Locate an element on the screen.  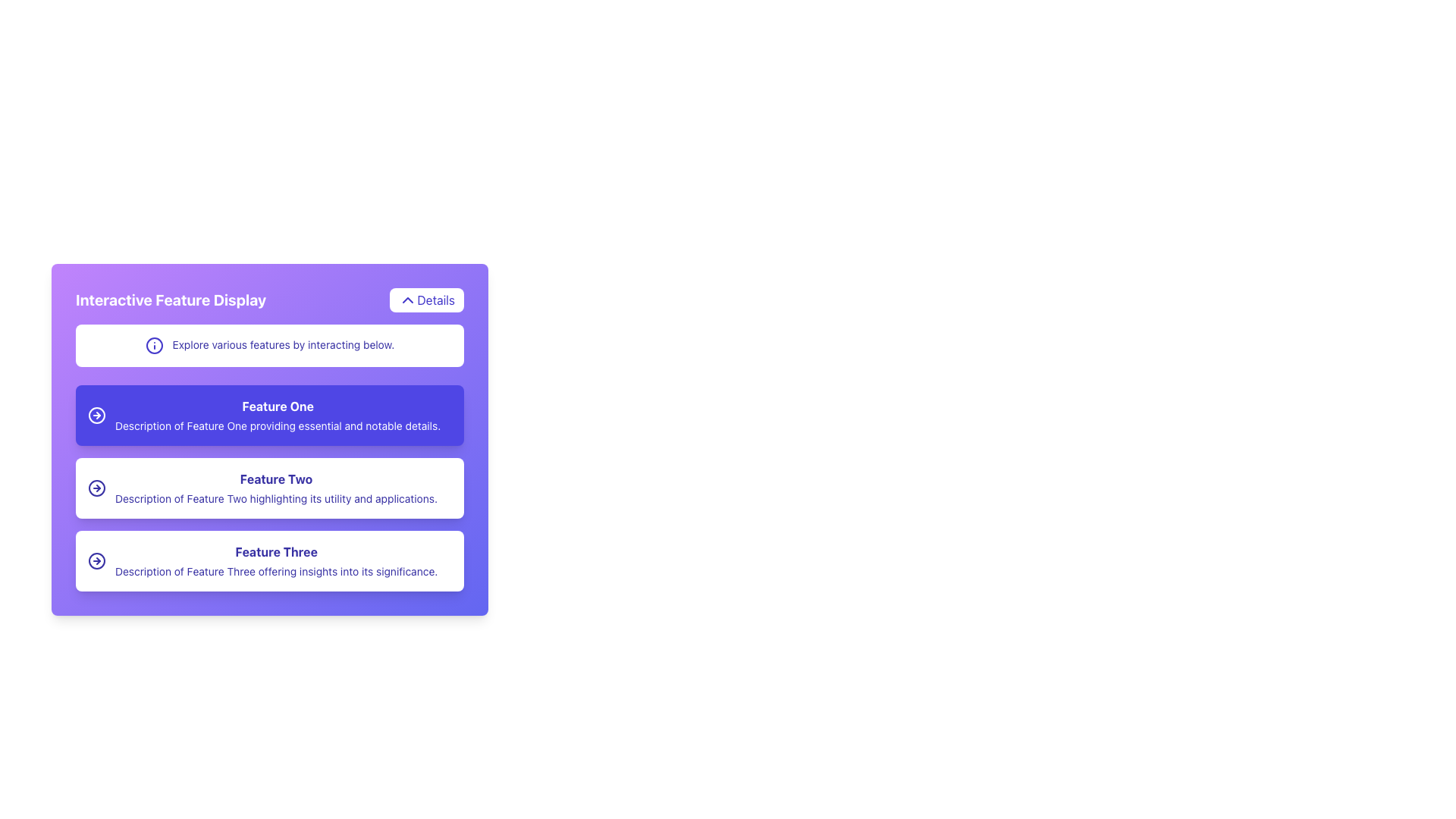
the rightward-pointing arrow icon within a circular stroke, located to the left of the text 'Feature Two' in the interface is located at coordinates (96, 488).